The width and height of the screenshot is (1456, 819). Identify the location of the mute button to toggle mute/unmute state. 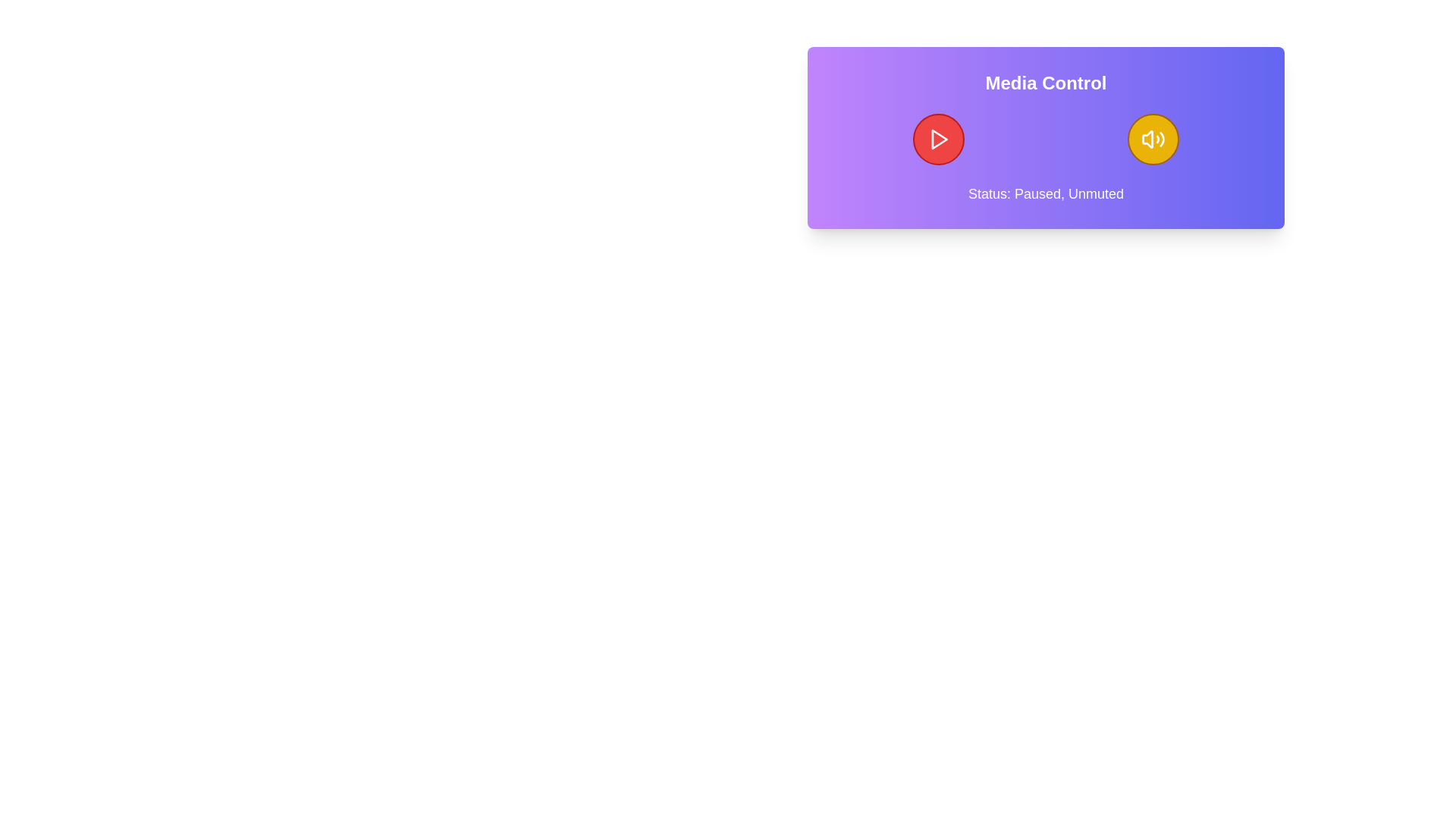
(1153, 140).